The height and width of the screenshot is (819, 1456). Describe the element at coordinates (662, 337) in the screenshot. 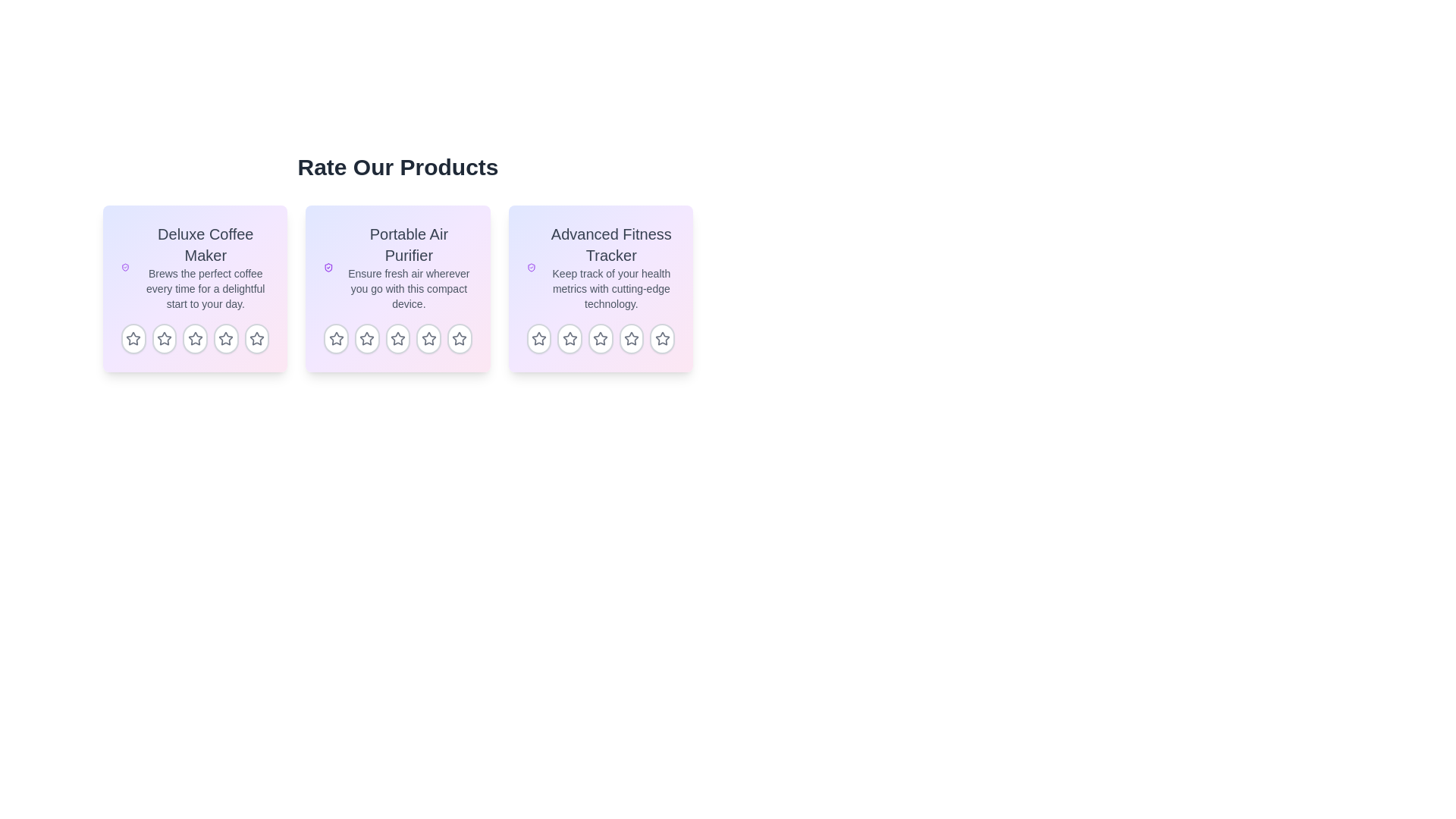

I see `the fifth star in the horizontal set of five rating stars located at the bottom of the card for 'Advanced Fitness Tracker'` at that location.